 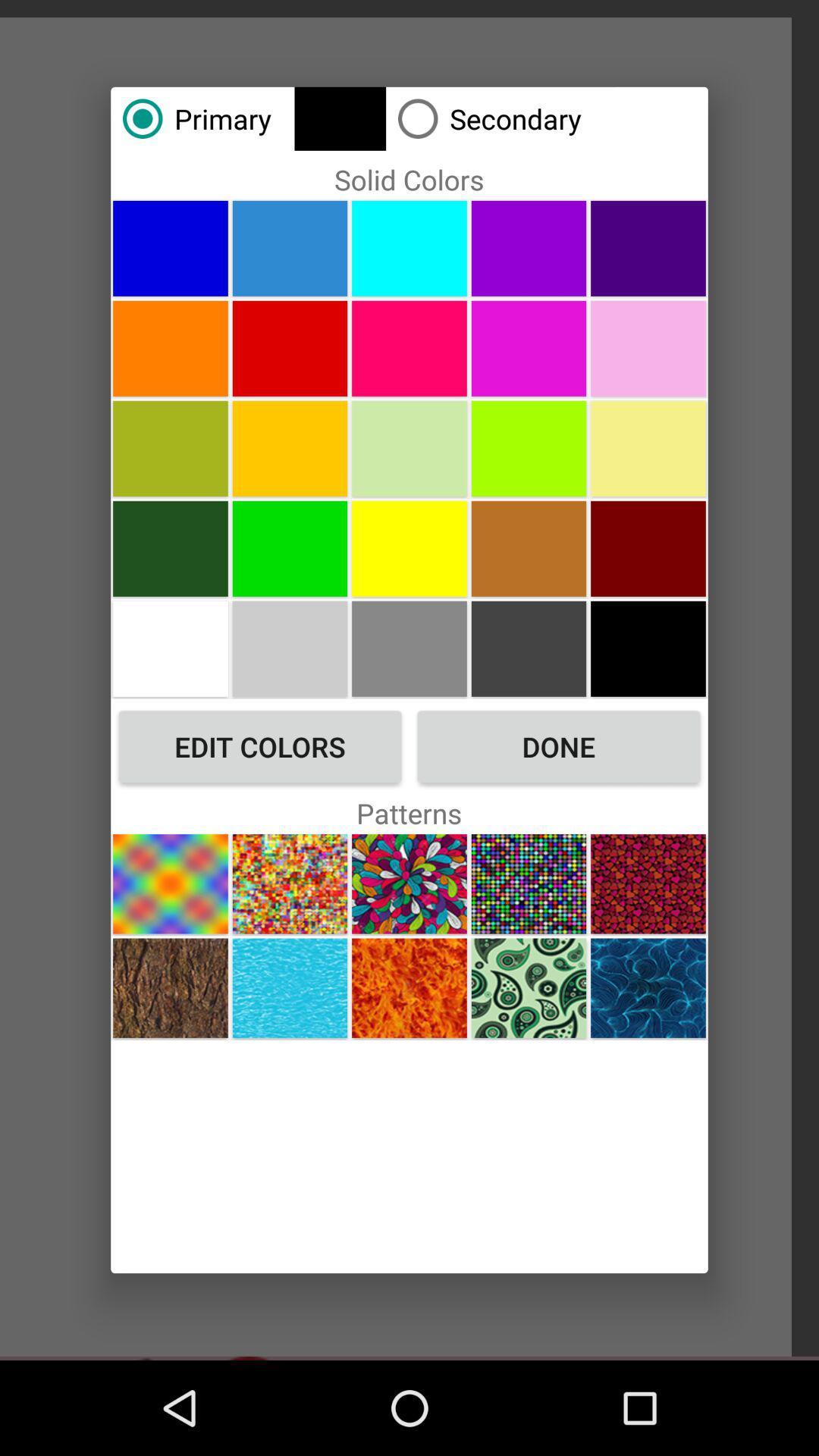 What do you see at coordinates (528, 988) in the screenshot?
I see `paisley pattern` at bounding box center [528, 988].